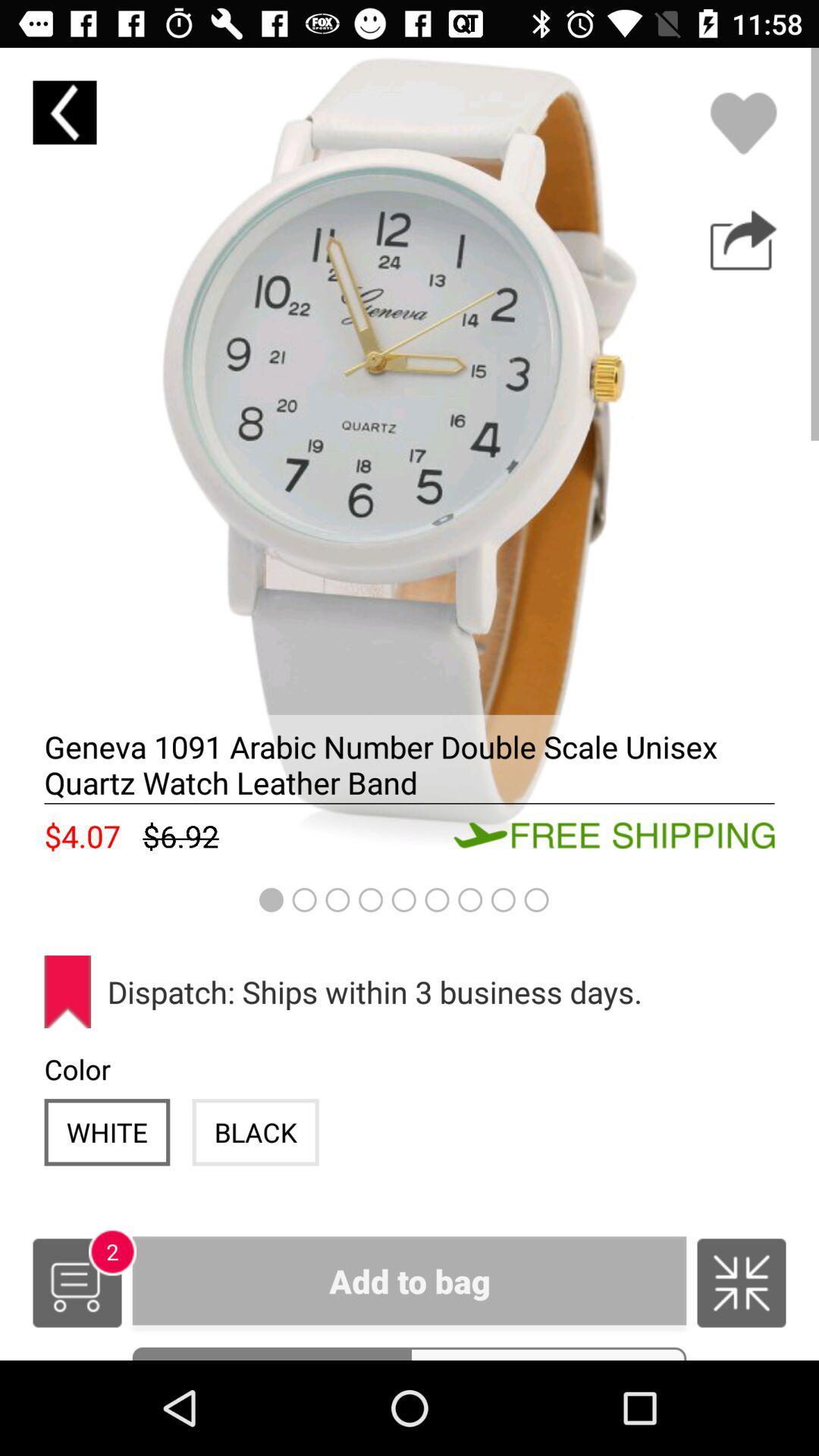 The height and width of the screenshot is (1456, 819). I want to click on the item to the left of the sizes, so click(270, 1354).